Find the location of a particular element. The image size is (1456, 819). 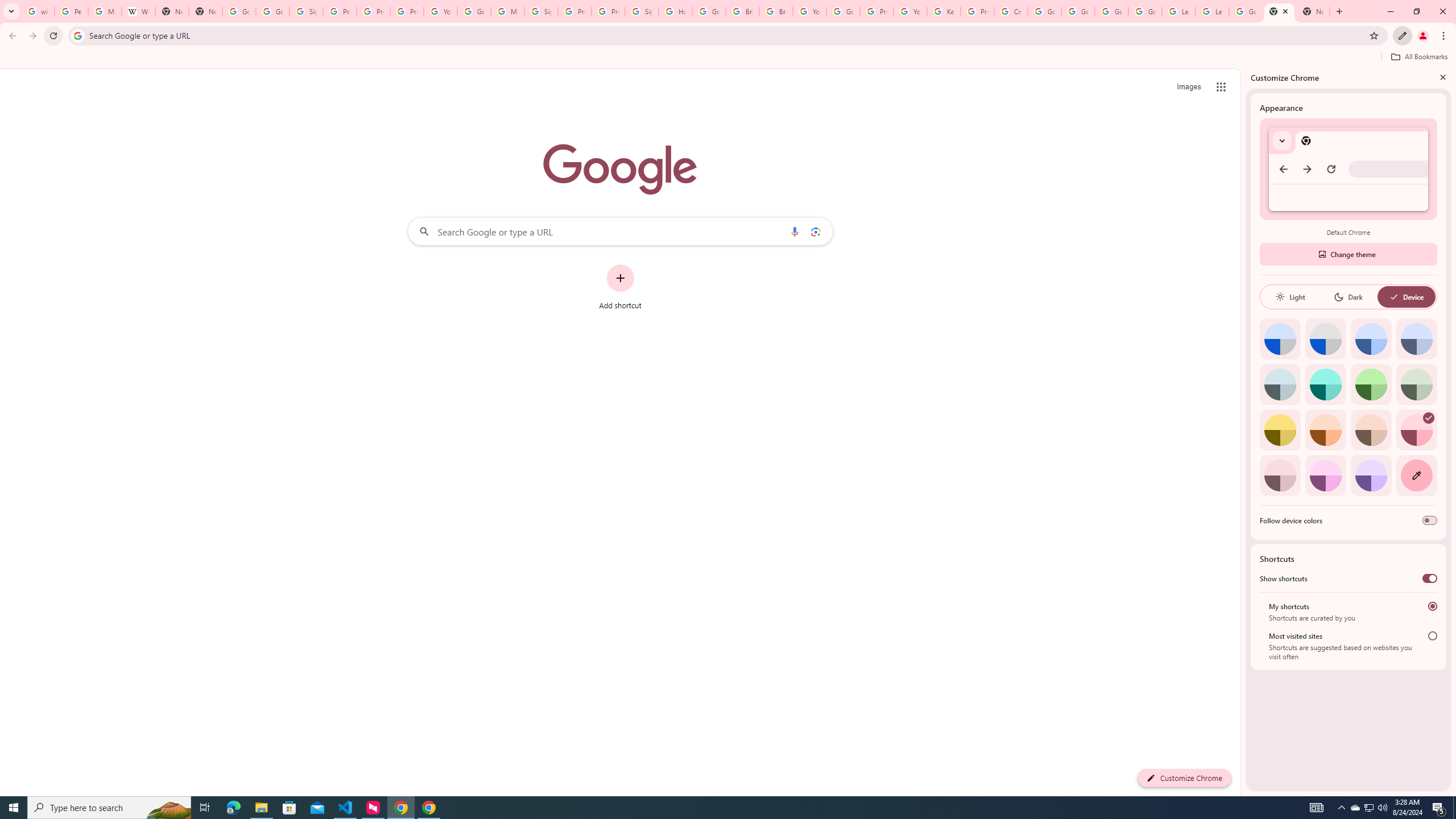

'Brand Resource Center' is located at coordinates (742, 11).